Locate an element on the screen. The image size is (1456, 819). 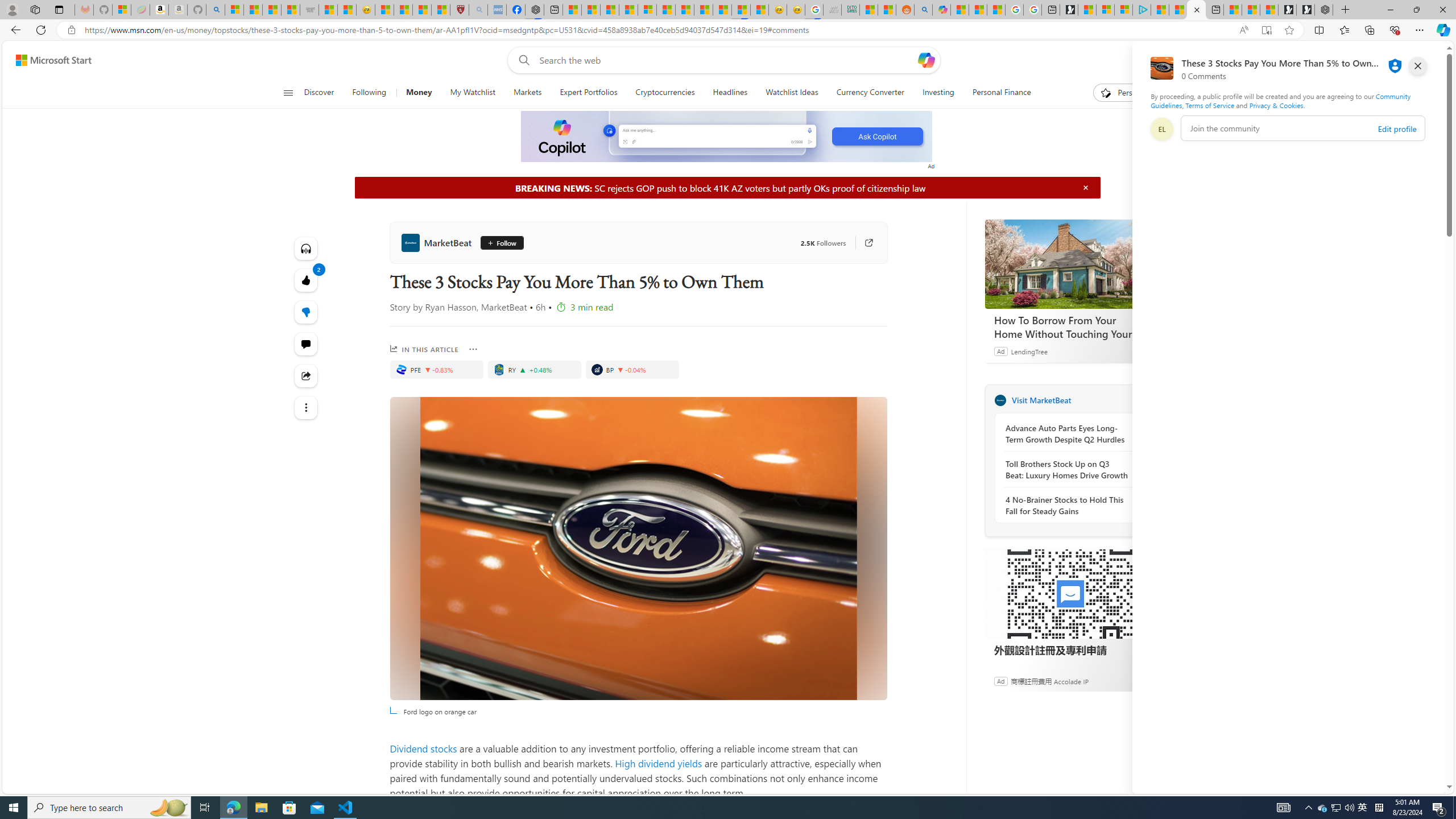
'Terms of Service' is located at coordinates (1210, 105).